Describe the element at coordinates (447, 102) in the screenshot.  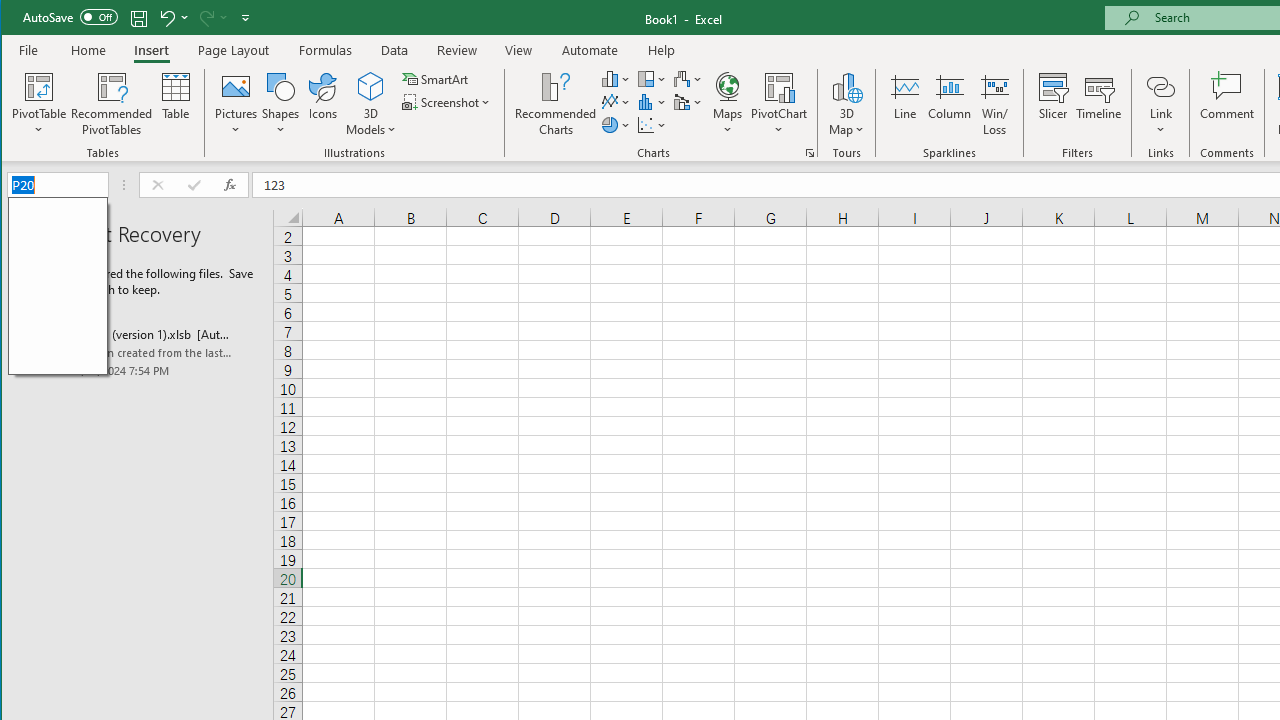
I see `'Screenshot'` at that location.